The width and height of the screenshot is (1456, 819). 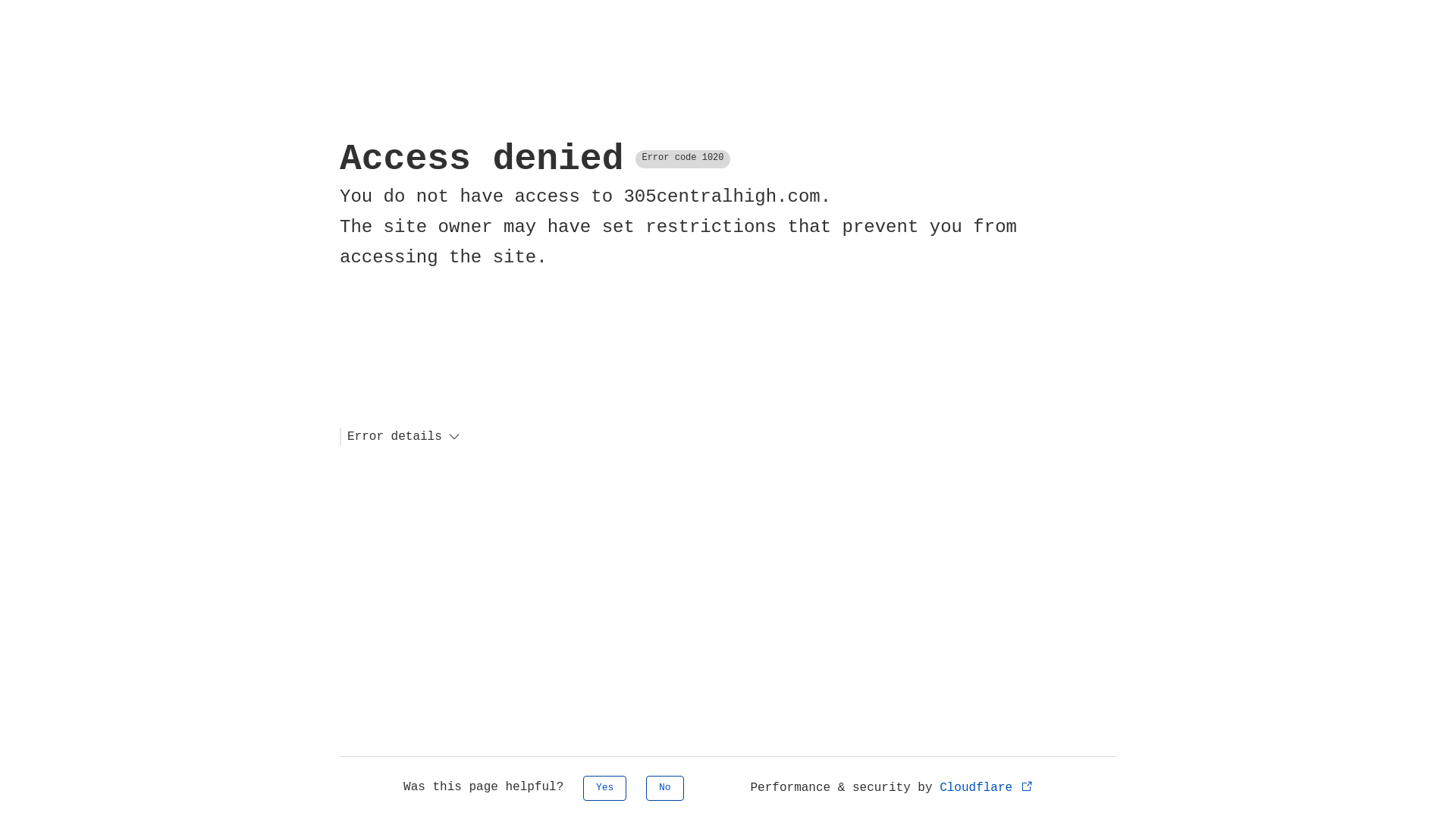 What do you see at coordinates (604, 787) in the screenshot?
I see `'Yes'` at bounding box center [604, 787].